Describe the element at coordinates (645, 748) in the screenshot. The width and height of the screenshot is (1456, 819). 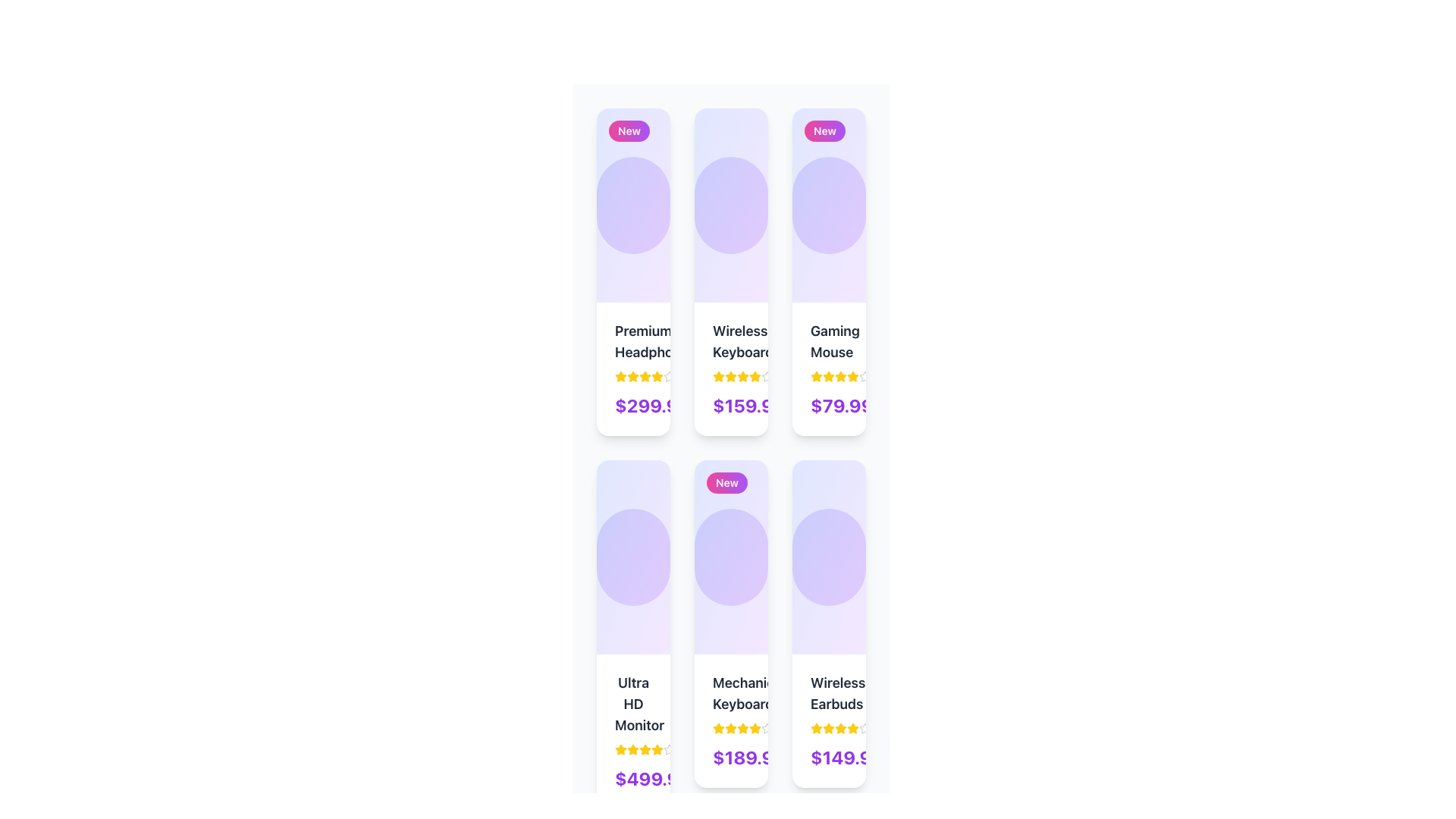
I see `the fourth yellow star icon in the five-star rating row` at that location.